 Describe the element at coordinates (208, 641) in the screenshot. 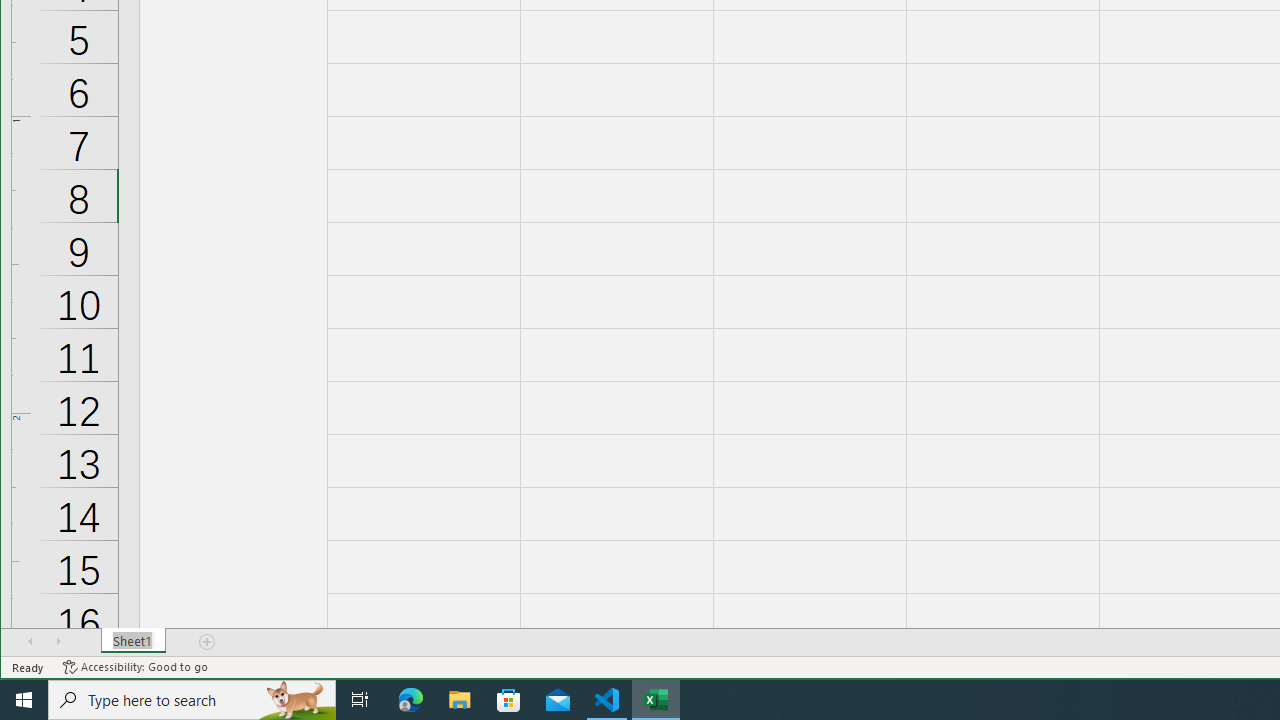

I see `'Add Sheet'` at that location.